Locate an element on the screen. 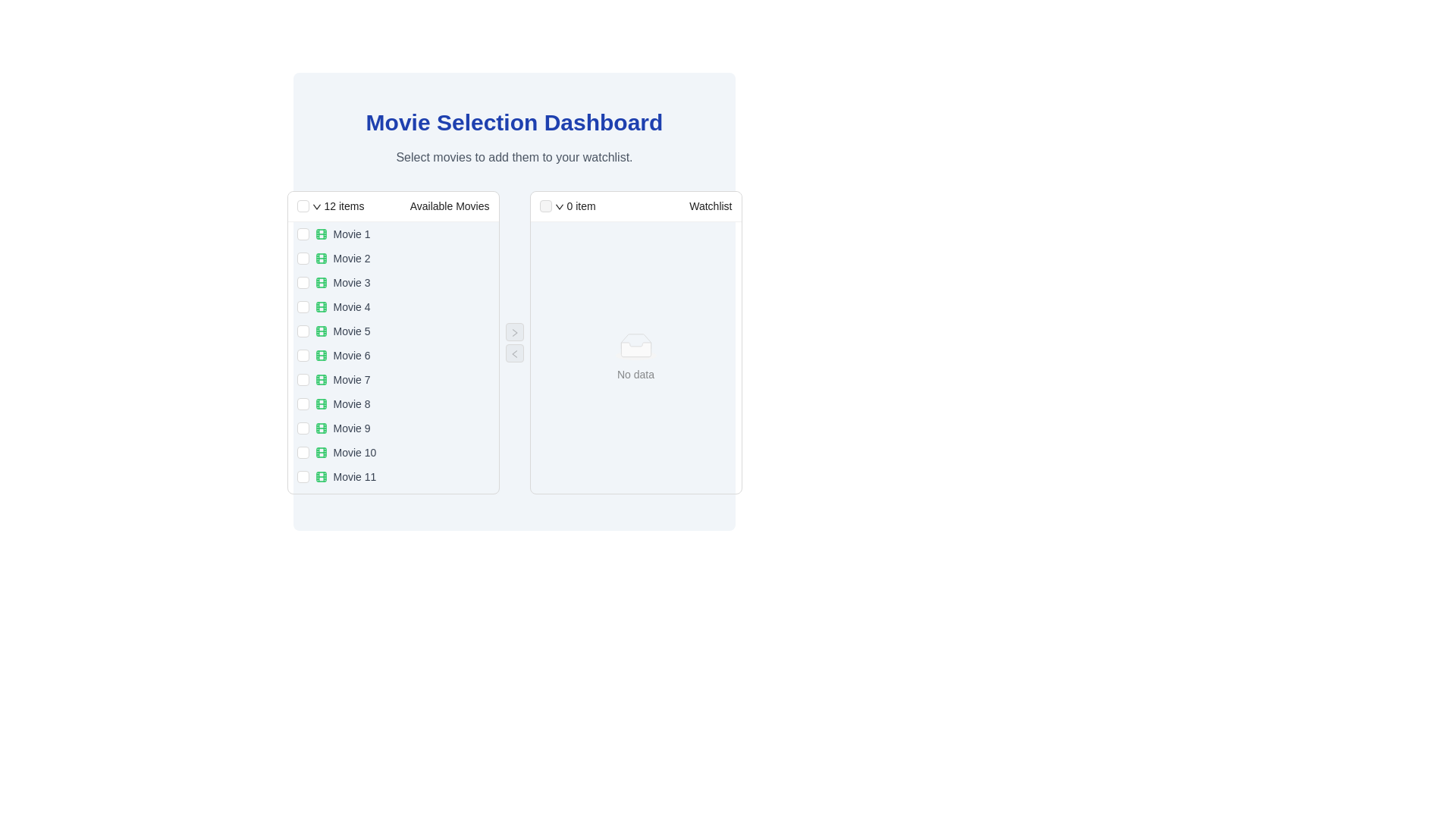  the list item labeled 'Movie 8' which is the eighth entry in the 'Available Movies' list, located on the left side of the interface is located at coordinates (393, 403).